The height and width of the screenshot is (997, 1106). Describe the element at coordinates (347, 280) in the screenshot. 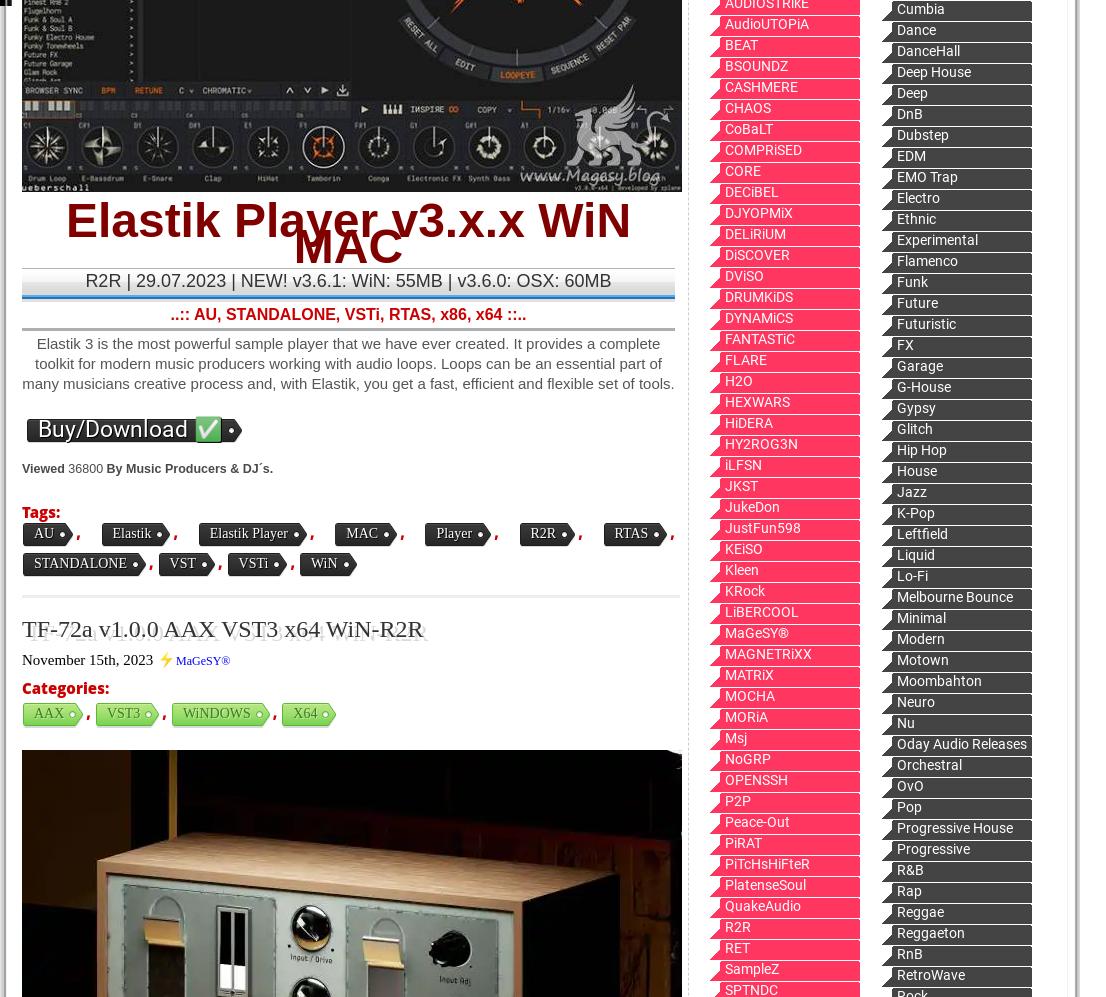

I see `'R2R | 29.07.2023 | NEW! v3.6.1: WiN: 55MB | v3.6.0: OSX: 60MB'` at that location.